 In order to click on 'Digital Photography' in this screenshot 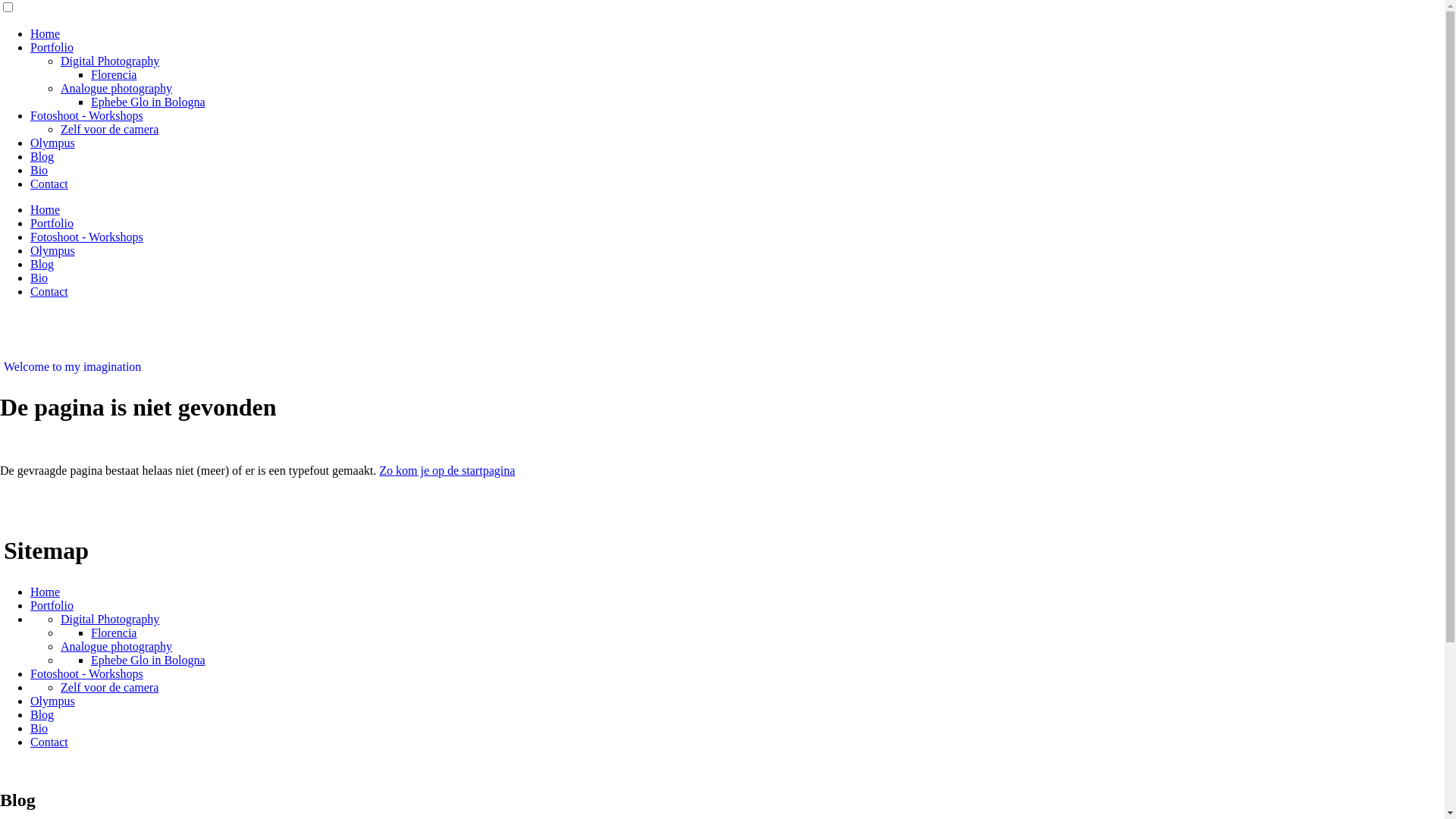, I will do `click(108, 60)`.